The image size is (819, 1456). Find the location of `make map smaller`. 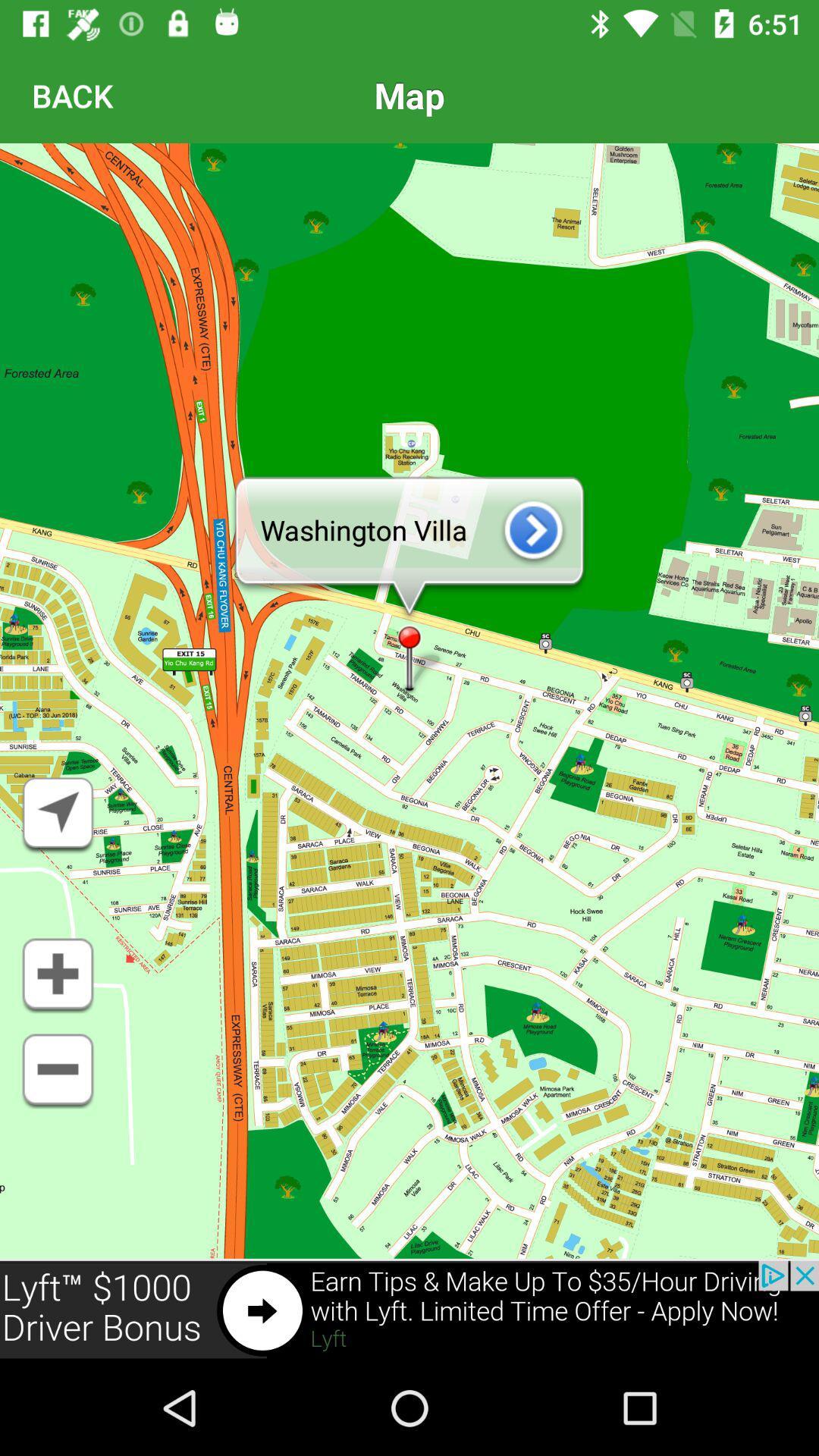

make map smaller is located at coordinates (57, 1070).